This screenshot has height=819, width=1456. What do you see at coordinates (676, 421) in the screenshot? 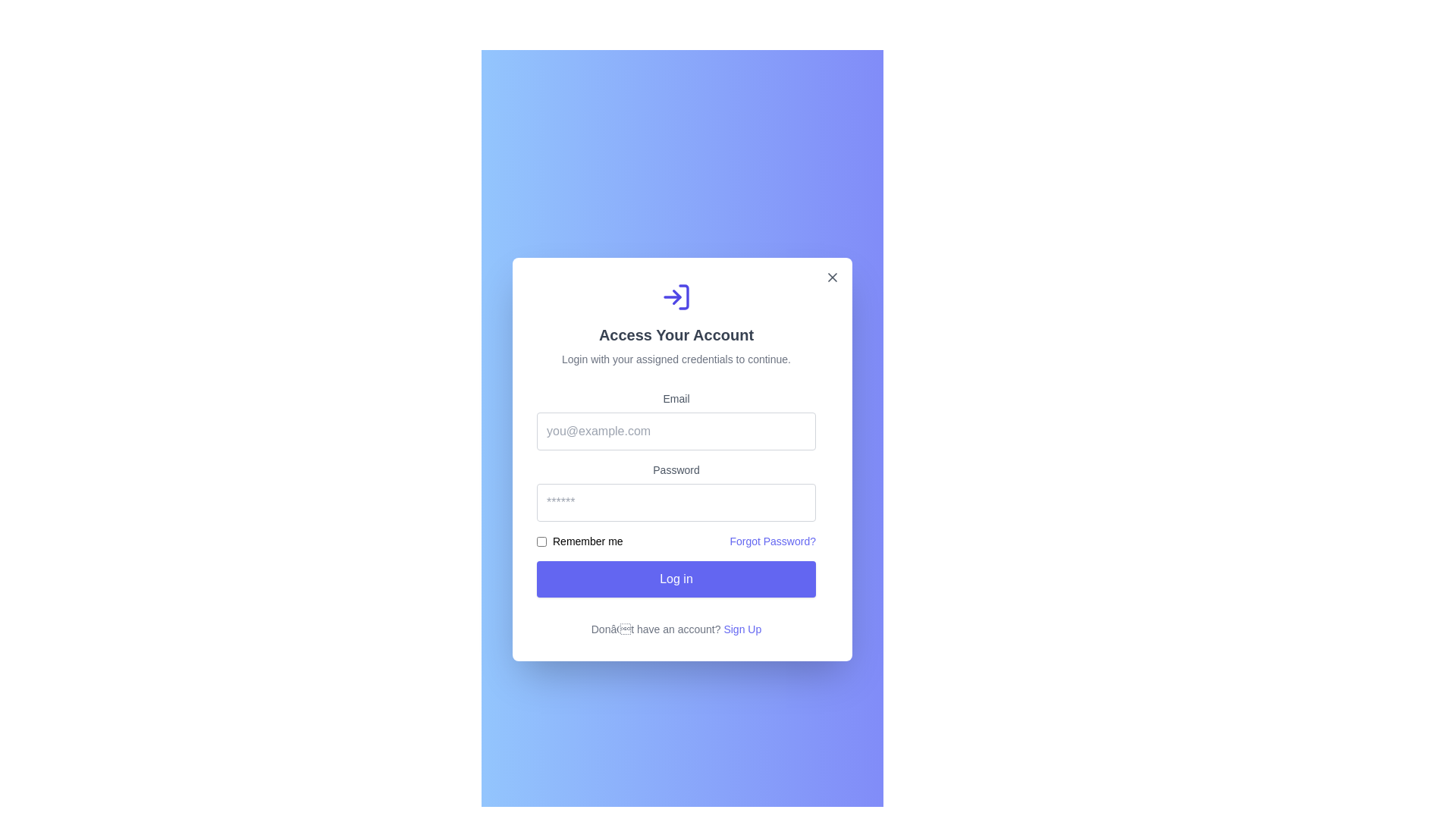
I see `the email input field located at the top section of the group` at bounding box center [676, 421].